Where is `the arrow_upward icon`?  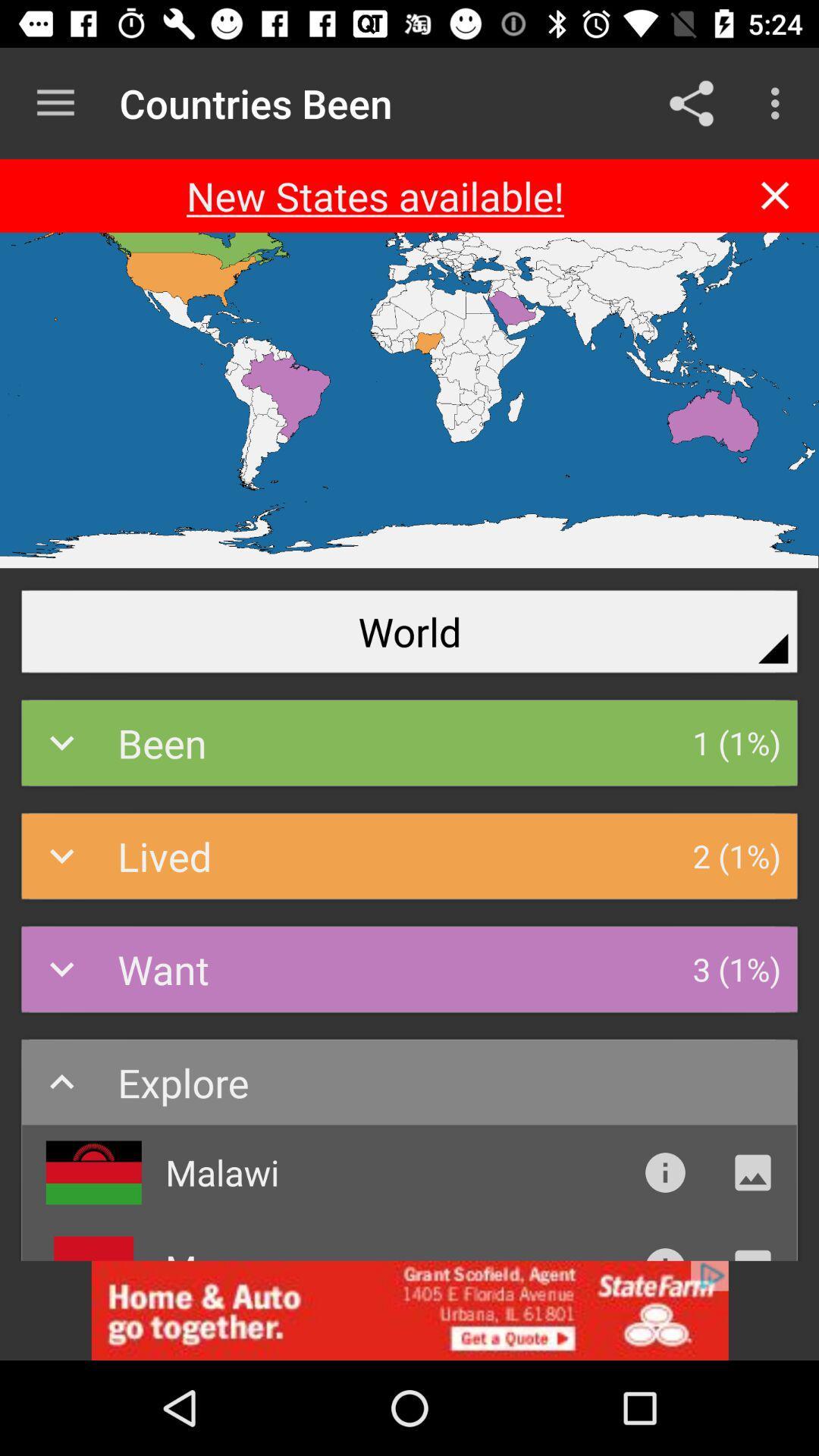 the arrow_upward icon is located at coordinates (664, 1252).